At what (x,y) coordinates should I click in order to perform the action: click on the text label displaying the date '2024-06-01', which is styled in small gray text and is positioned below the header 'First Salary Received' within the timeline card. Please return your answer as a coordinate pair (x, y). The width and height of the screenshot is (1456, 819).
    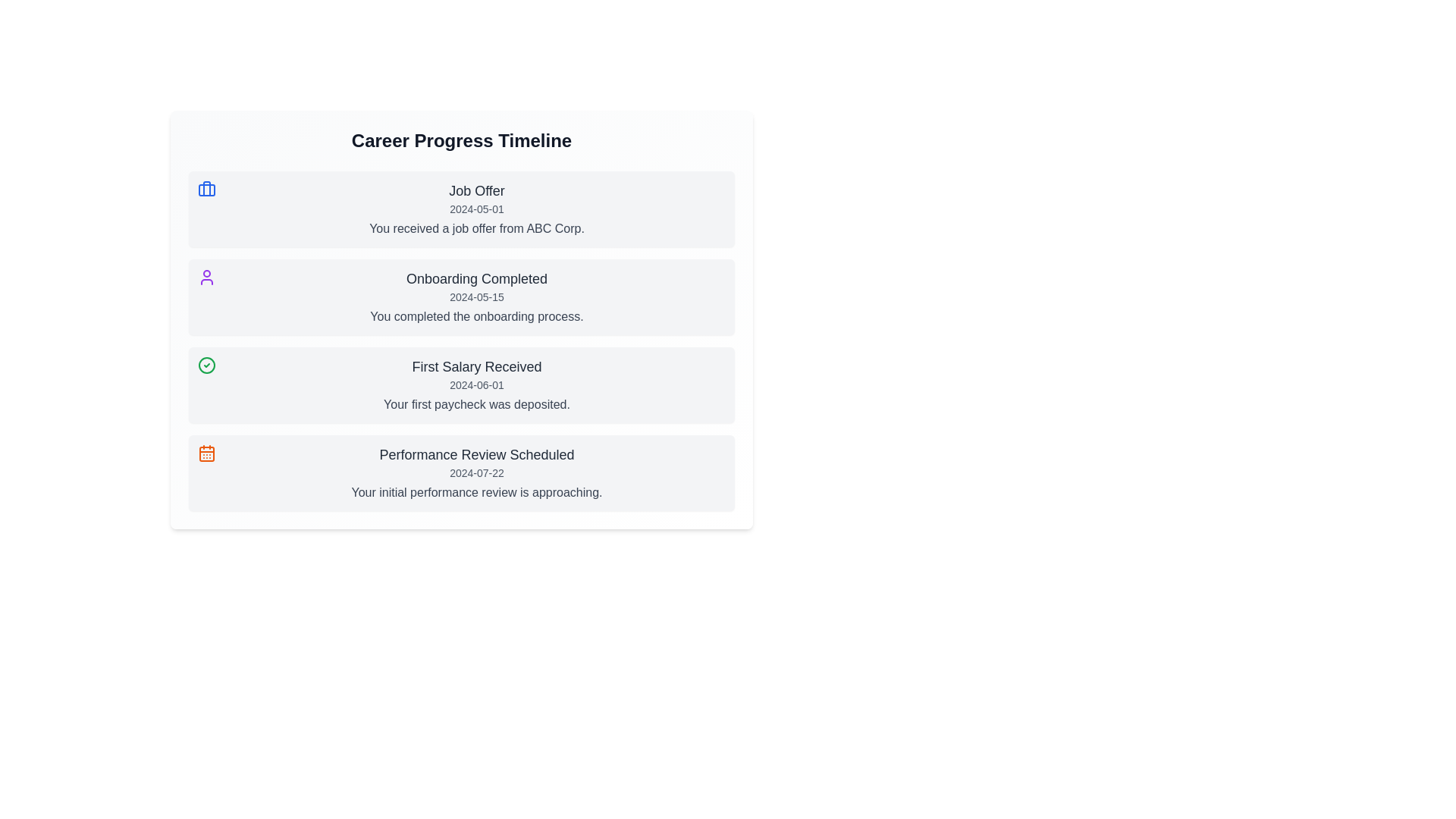
    Looking at the image, I should click on (475, 384).